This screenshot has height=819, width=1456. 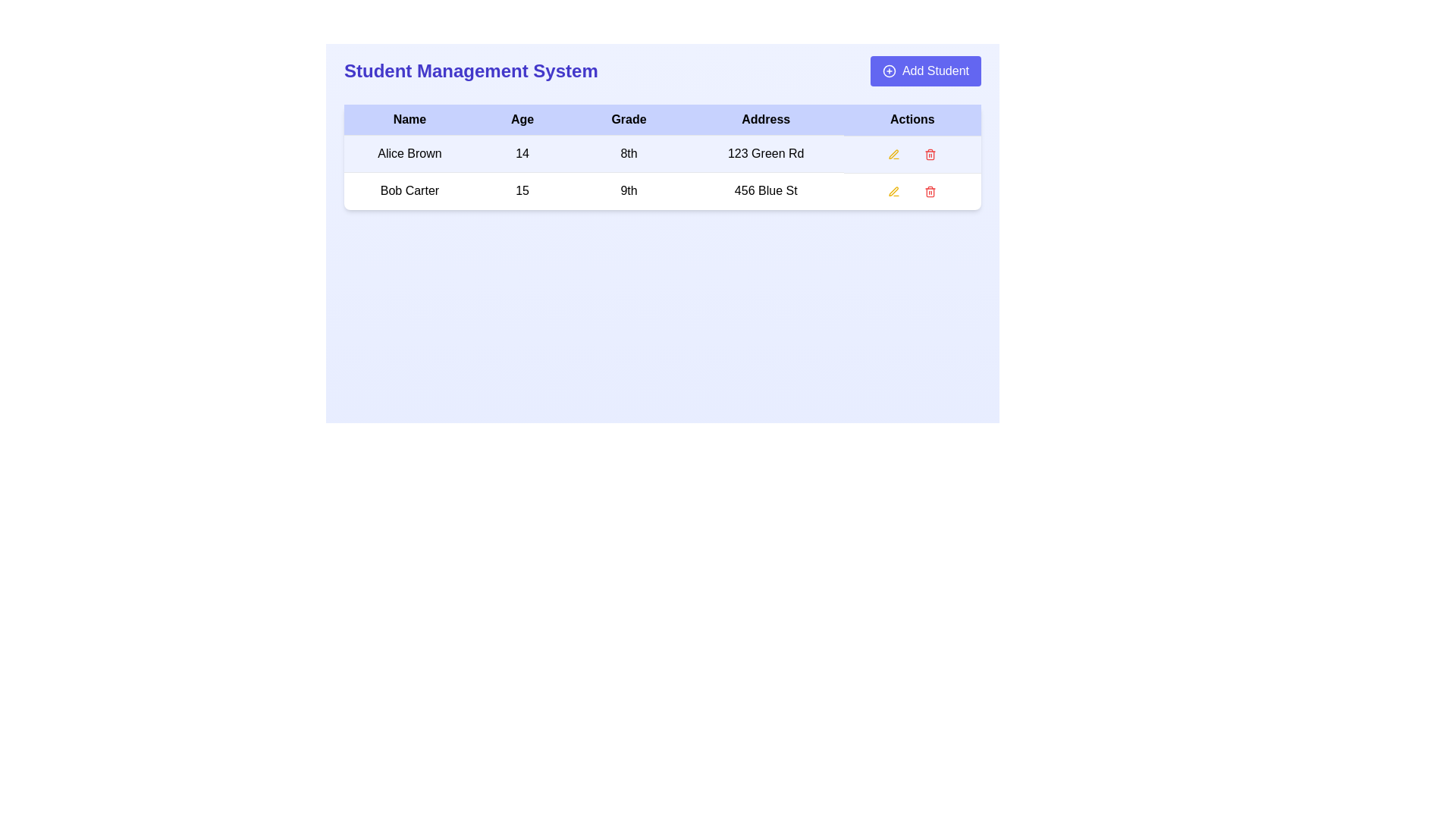 I want to click on to select the table row representing the details about 'Bob Carter', which is the second row in the table below 'Alice Brown', so click(x=662, y=190).